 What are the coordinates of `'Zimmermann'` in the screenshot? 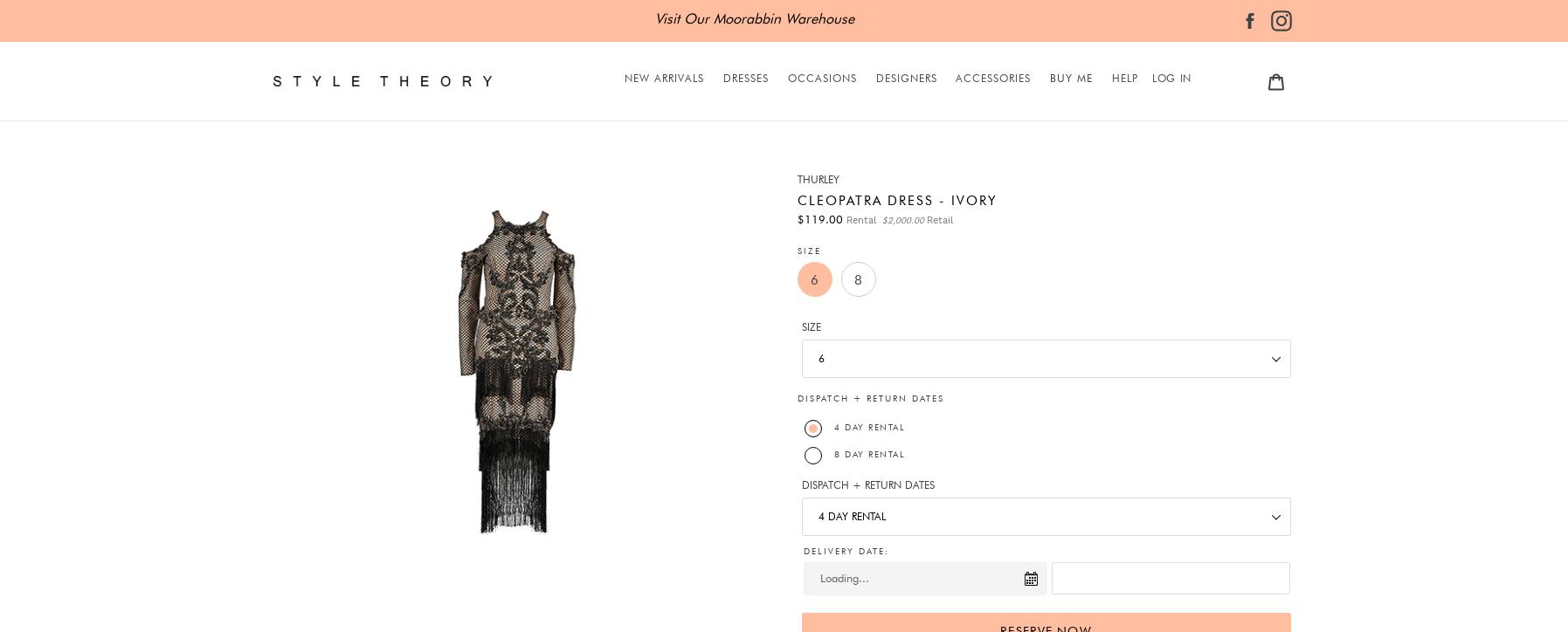 It's located at (874, 150).